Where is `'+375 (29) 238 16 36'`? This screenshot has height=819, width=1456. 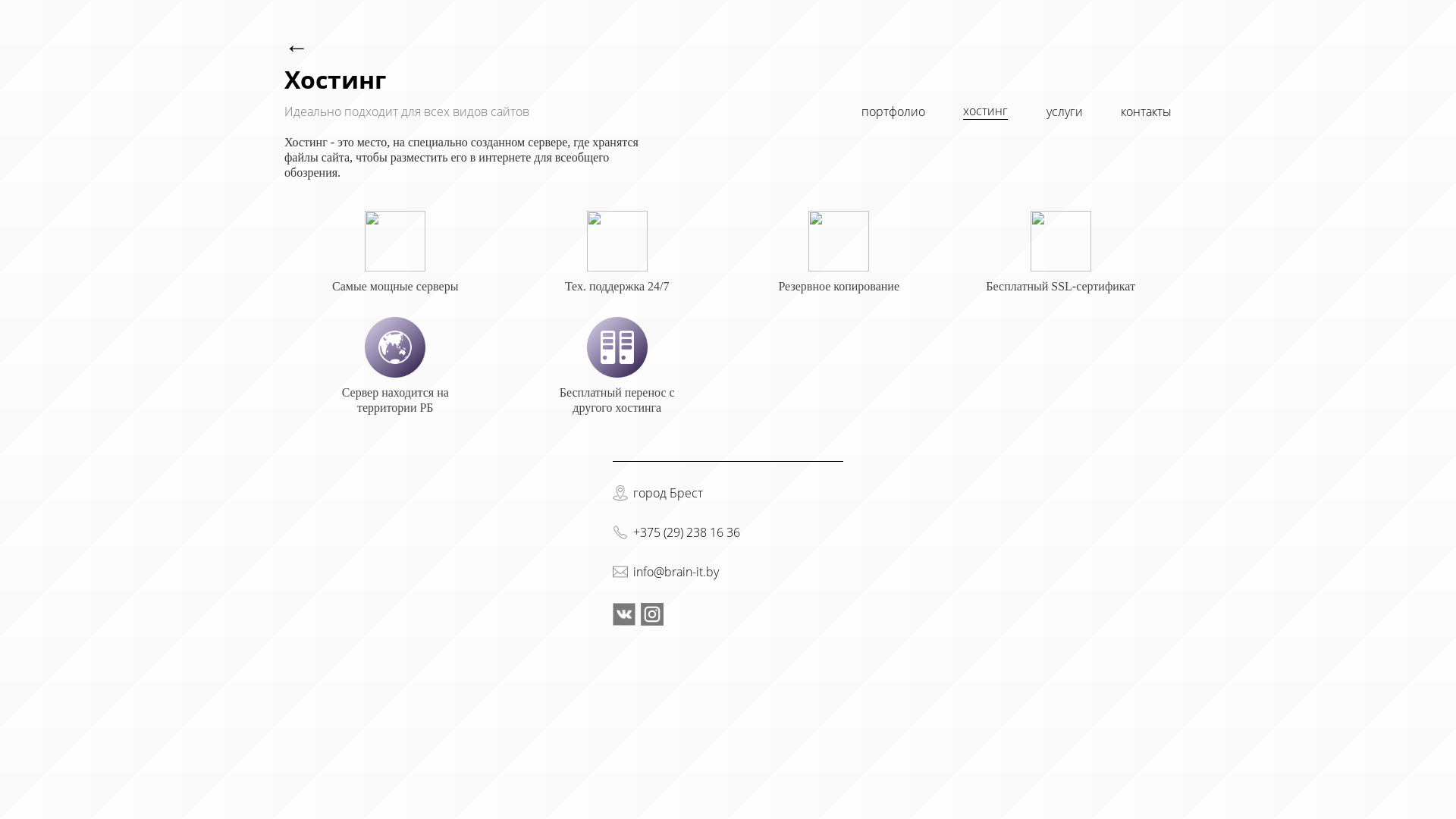 '+375 (29) 238 16 36' is located at coordinates (686, 532).